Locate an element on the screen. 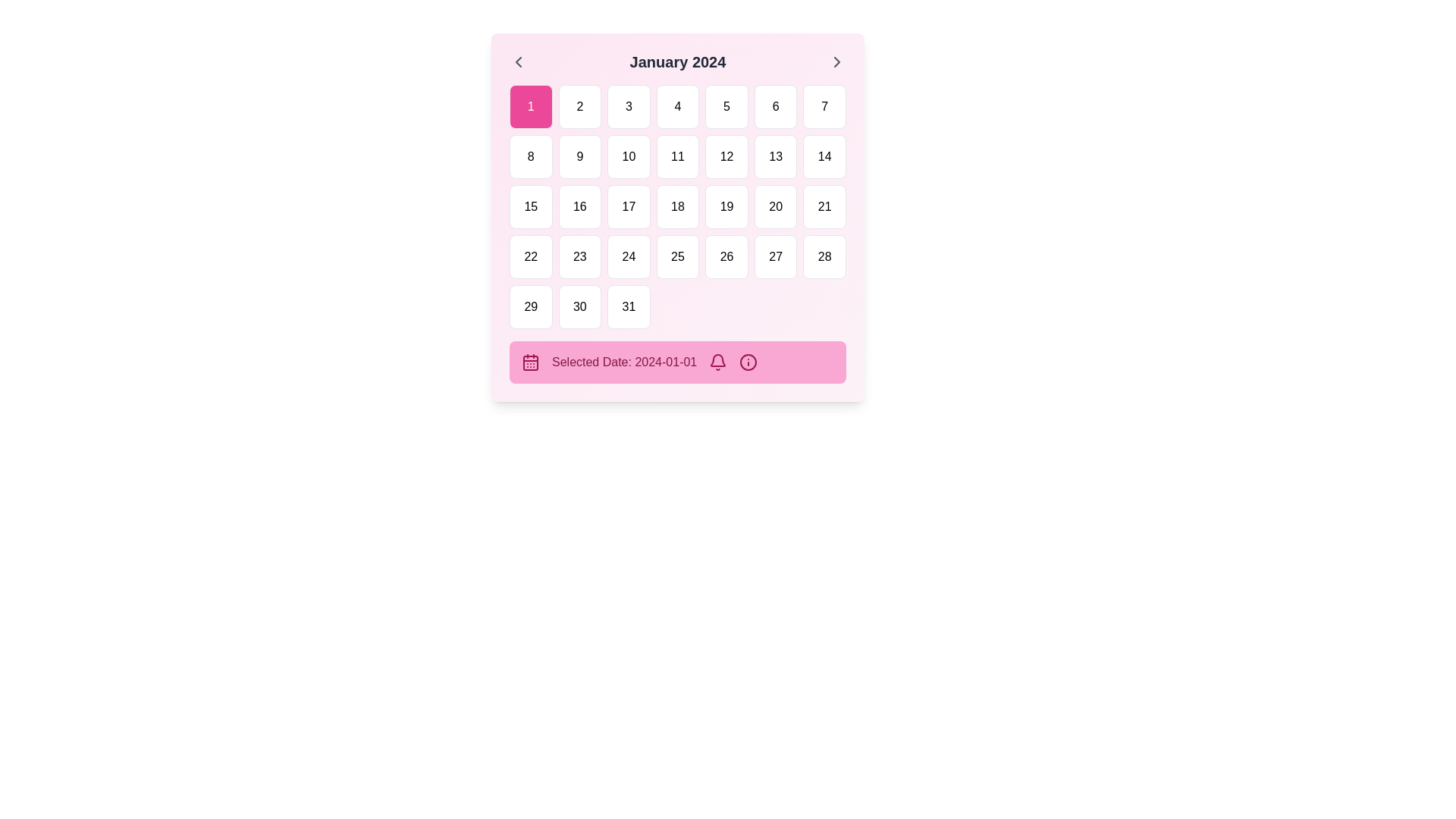 The height and width of the screenshot is (819, 1456). the date selection button displaying '30' in a calendar view for January 2024 is located at coordinates (579, 307).